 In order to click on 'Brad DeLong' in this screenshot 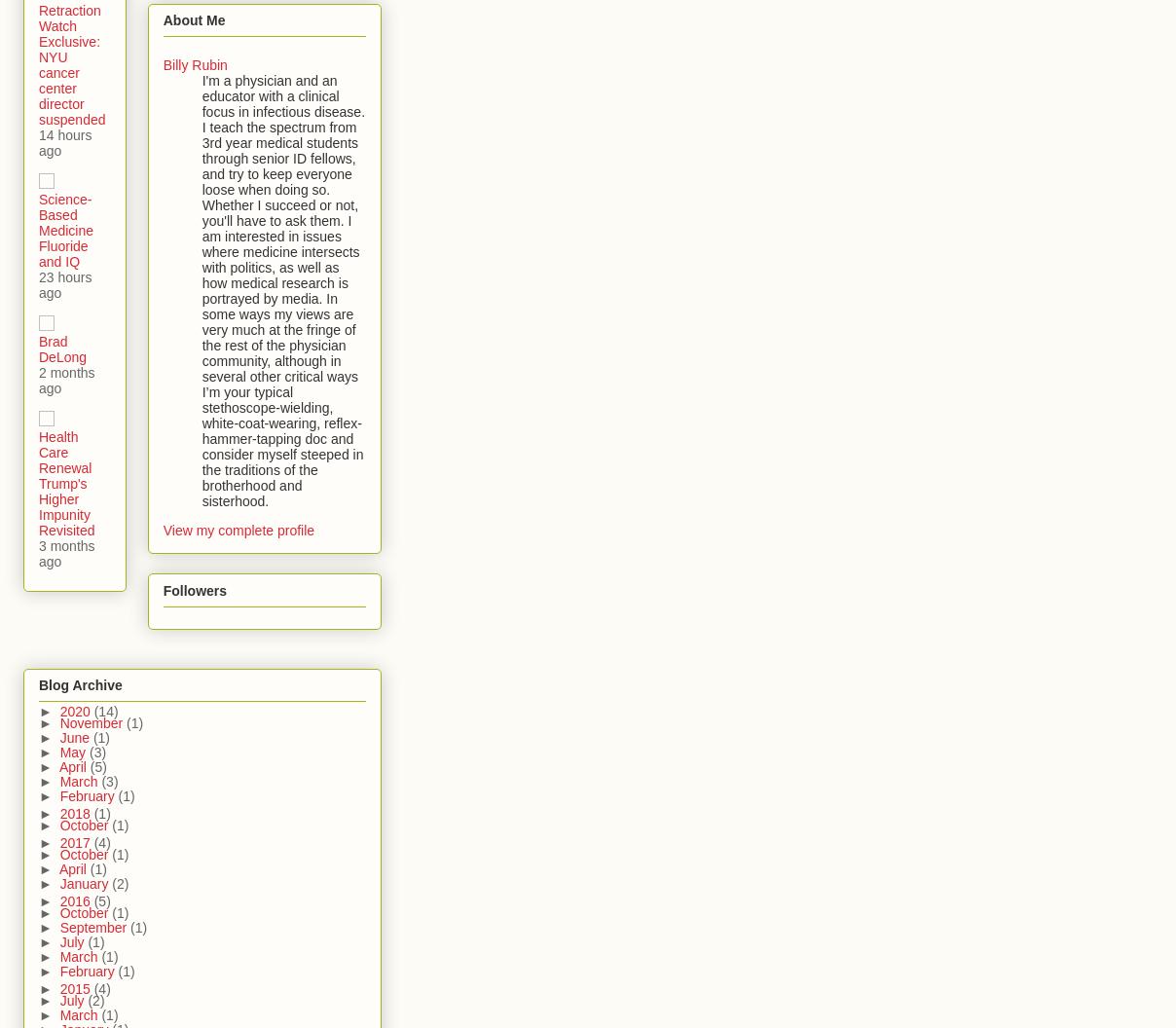, I will do `click(61, 347)`.